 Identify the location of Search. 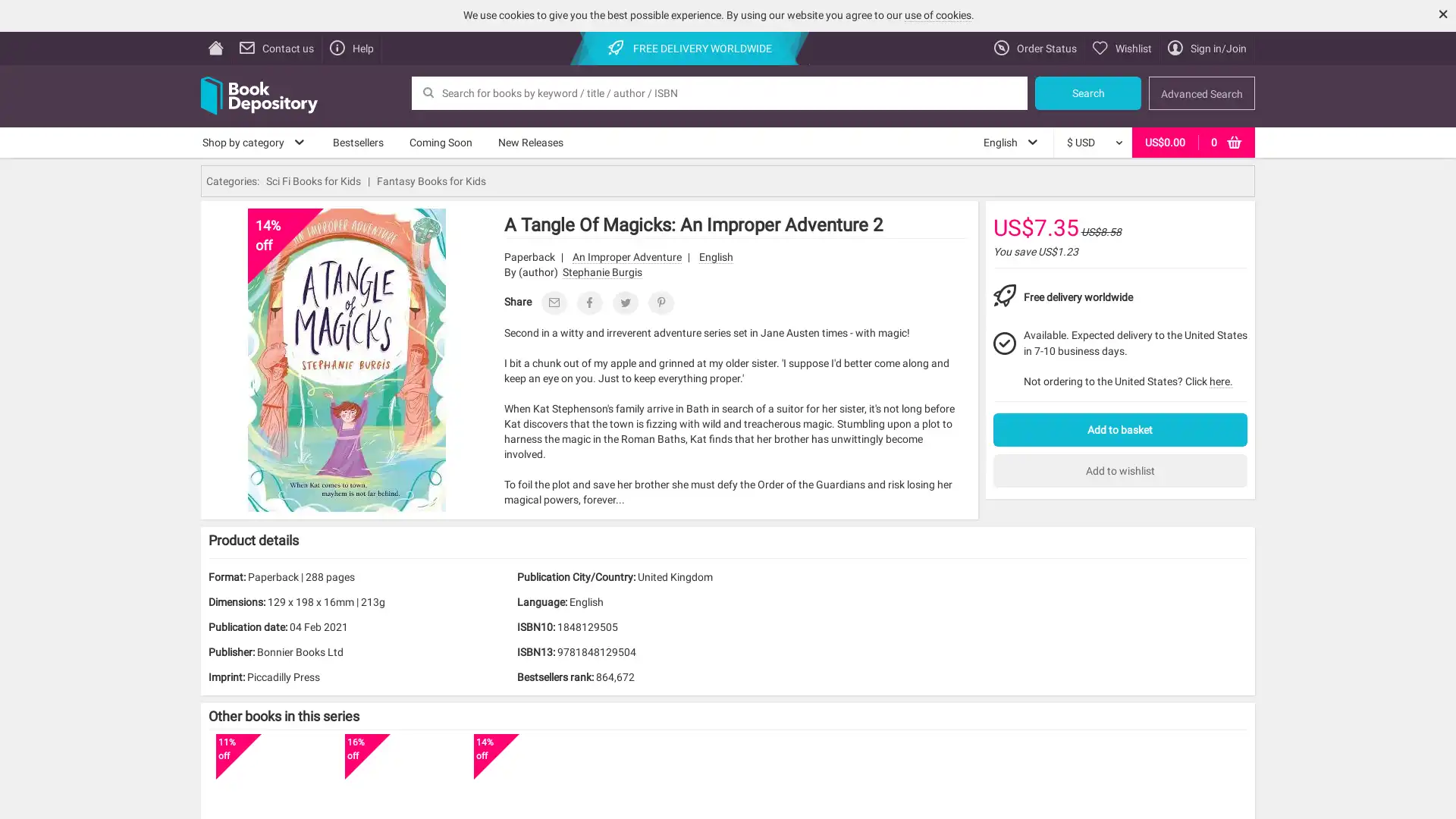
(1087, 93).